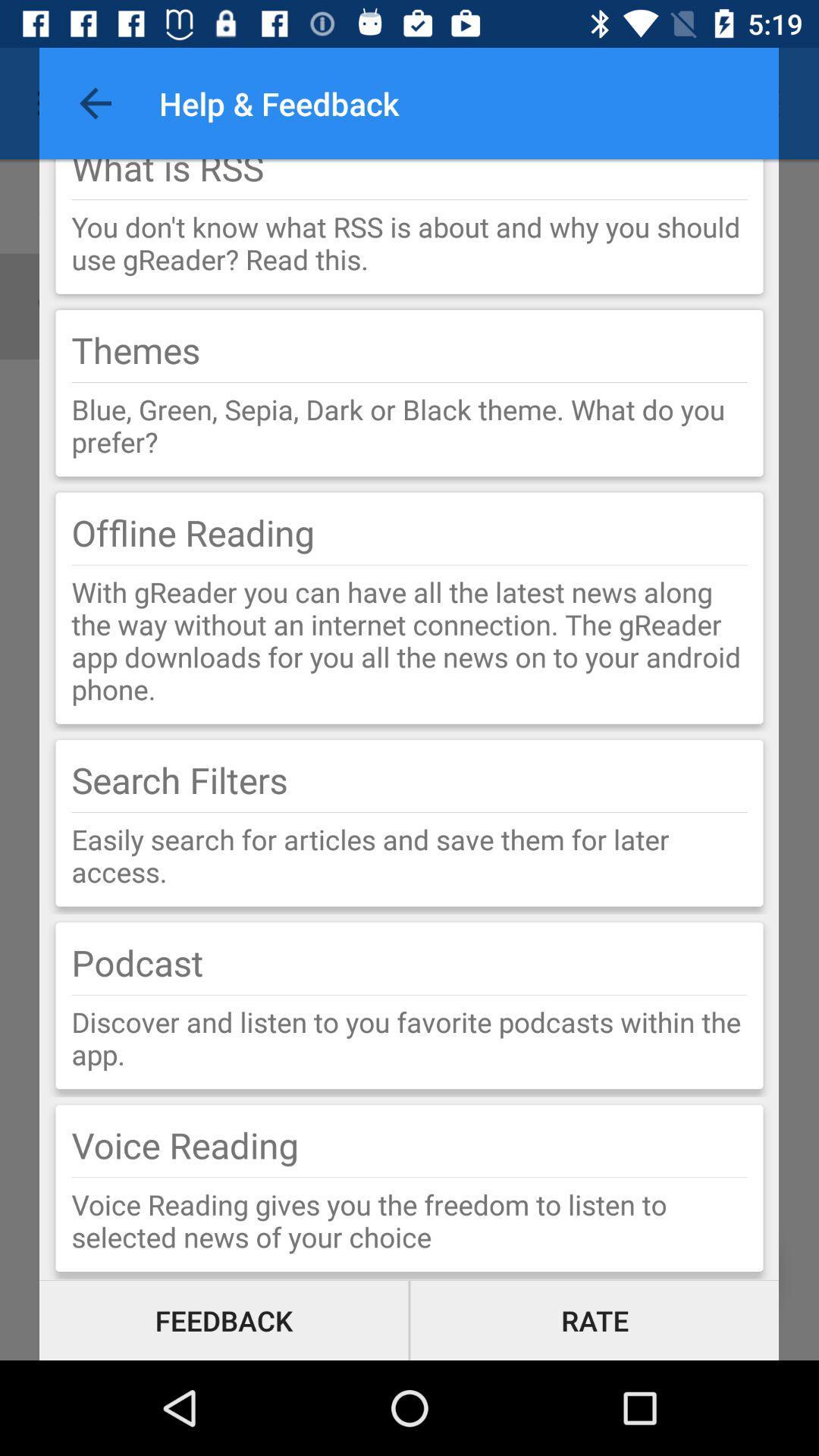 This screenshot has width=819, height=1456. I want to click on icon below voice reading gives, so click(594, 1319).